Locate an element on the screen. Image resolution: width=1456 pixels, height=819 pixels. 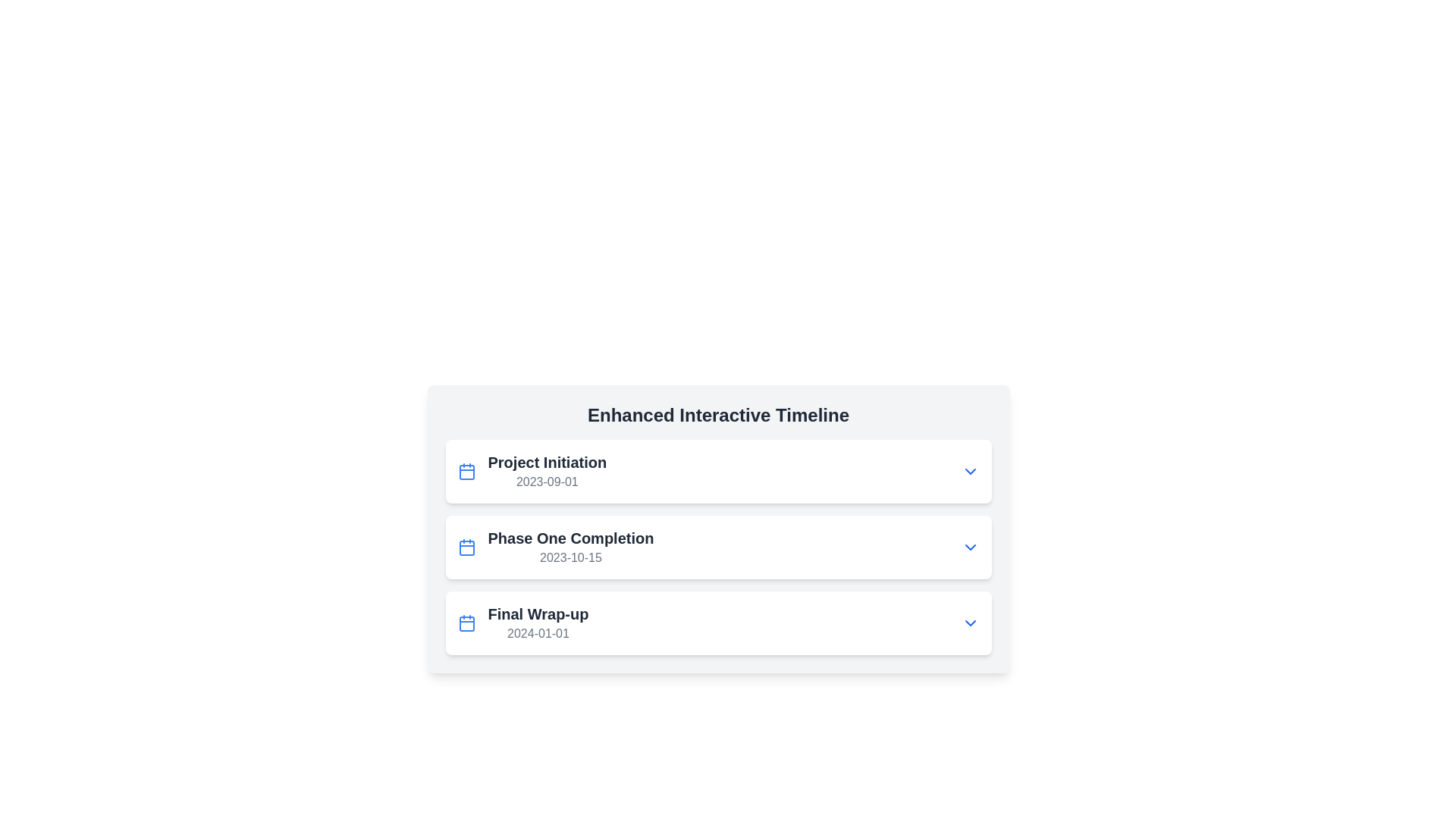
the static date display text label associated with the 'Final Wrap-up' event, positioned beneath the header text and aligned to the right of the calendar icon is located at coordinates (538, 634).